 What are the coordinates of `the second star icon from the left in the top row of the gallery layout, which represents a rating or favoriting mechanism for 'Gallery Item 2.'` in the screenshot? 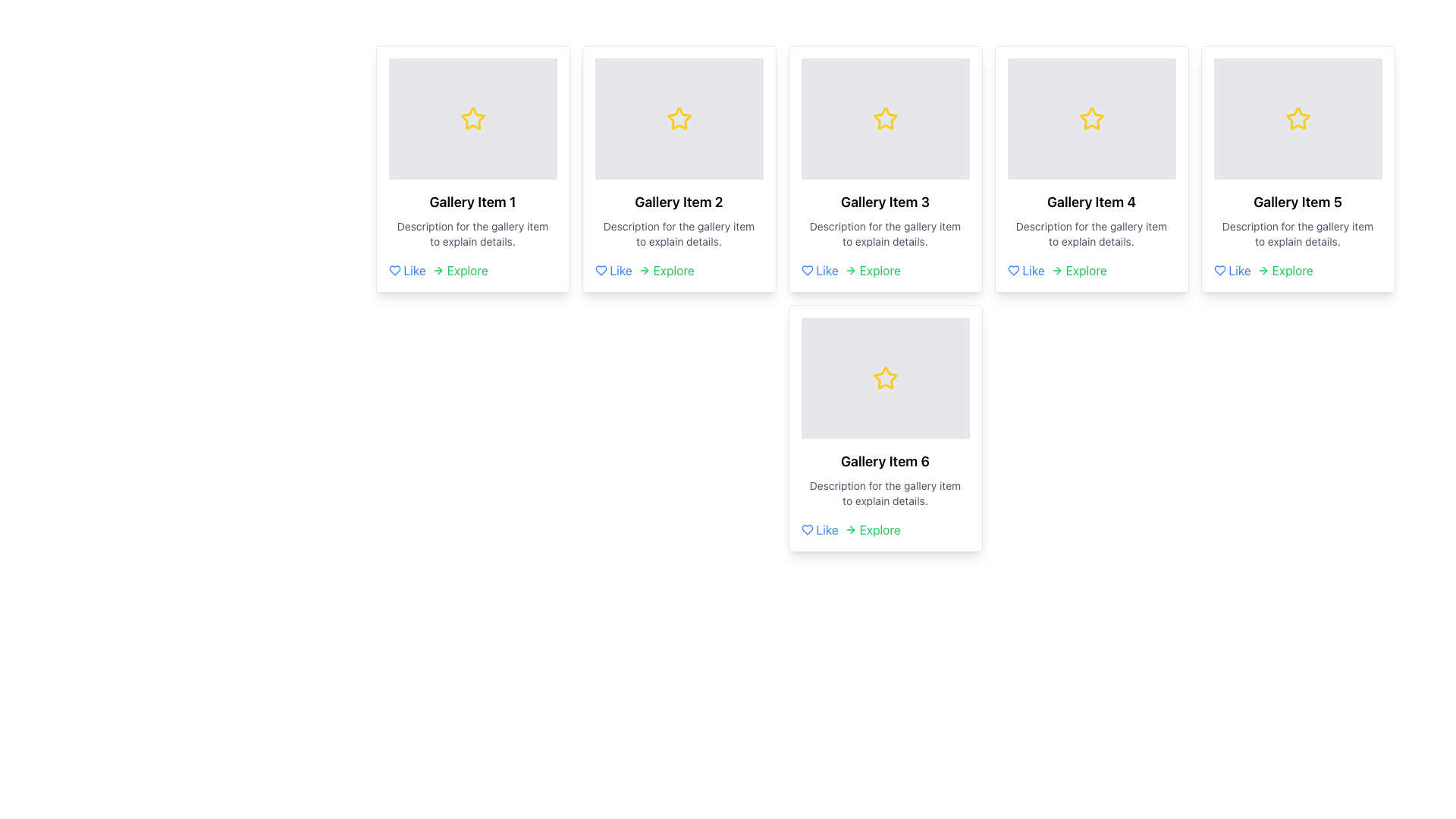 It's located at (678, 118).